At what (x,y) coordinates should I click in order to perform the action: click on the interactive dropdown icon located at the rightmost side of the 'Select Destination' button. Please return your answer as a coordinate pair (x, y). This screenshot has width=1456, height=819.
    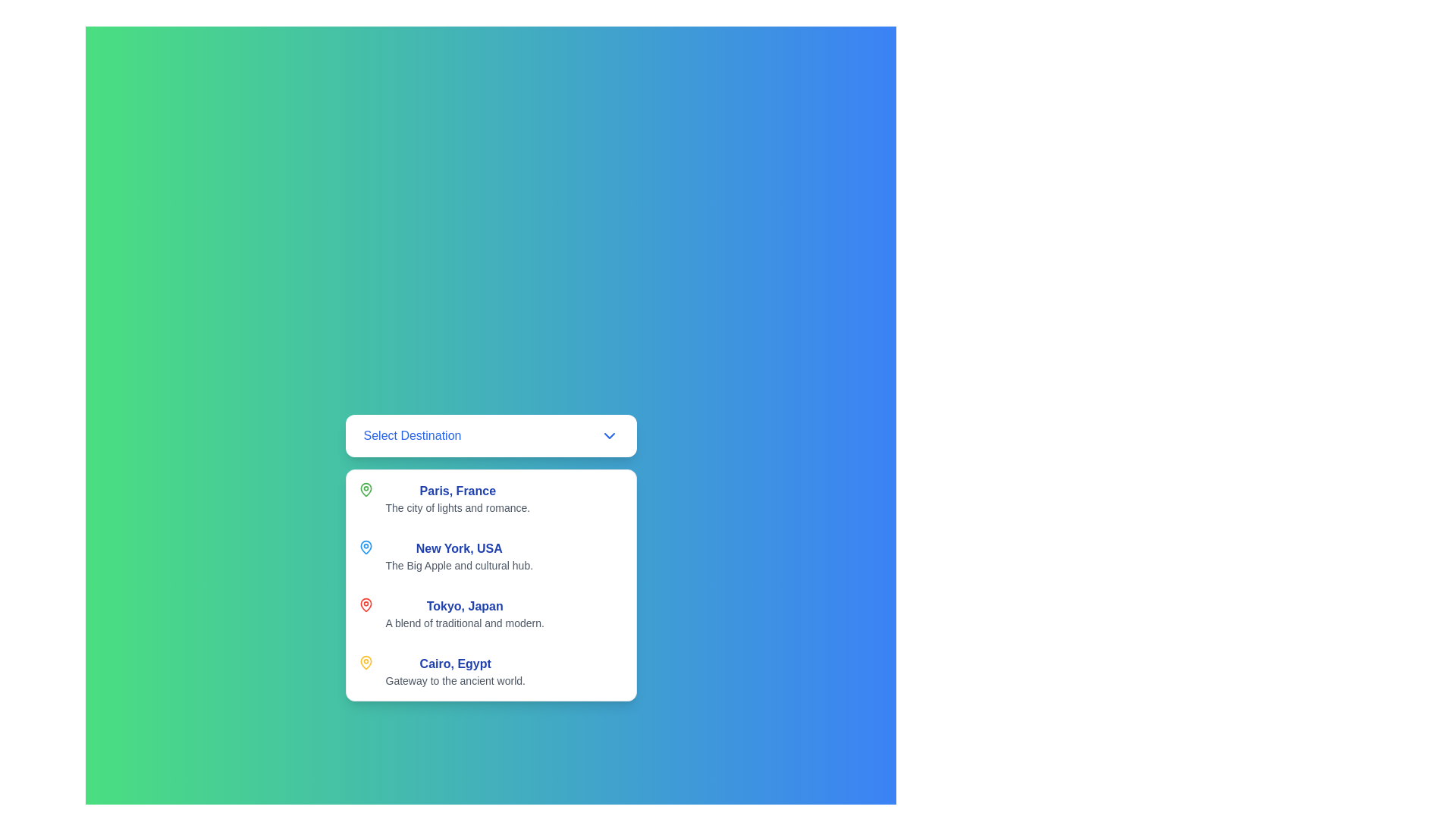
    Looking at the image, I should click on (609, 435).